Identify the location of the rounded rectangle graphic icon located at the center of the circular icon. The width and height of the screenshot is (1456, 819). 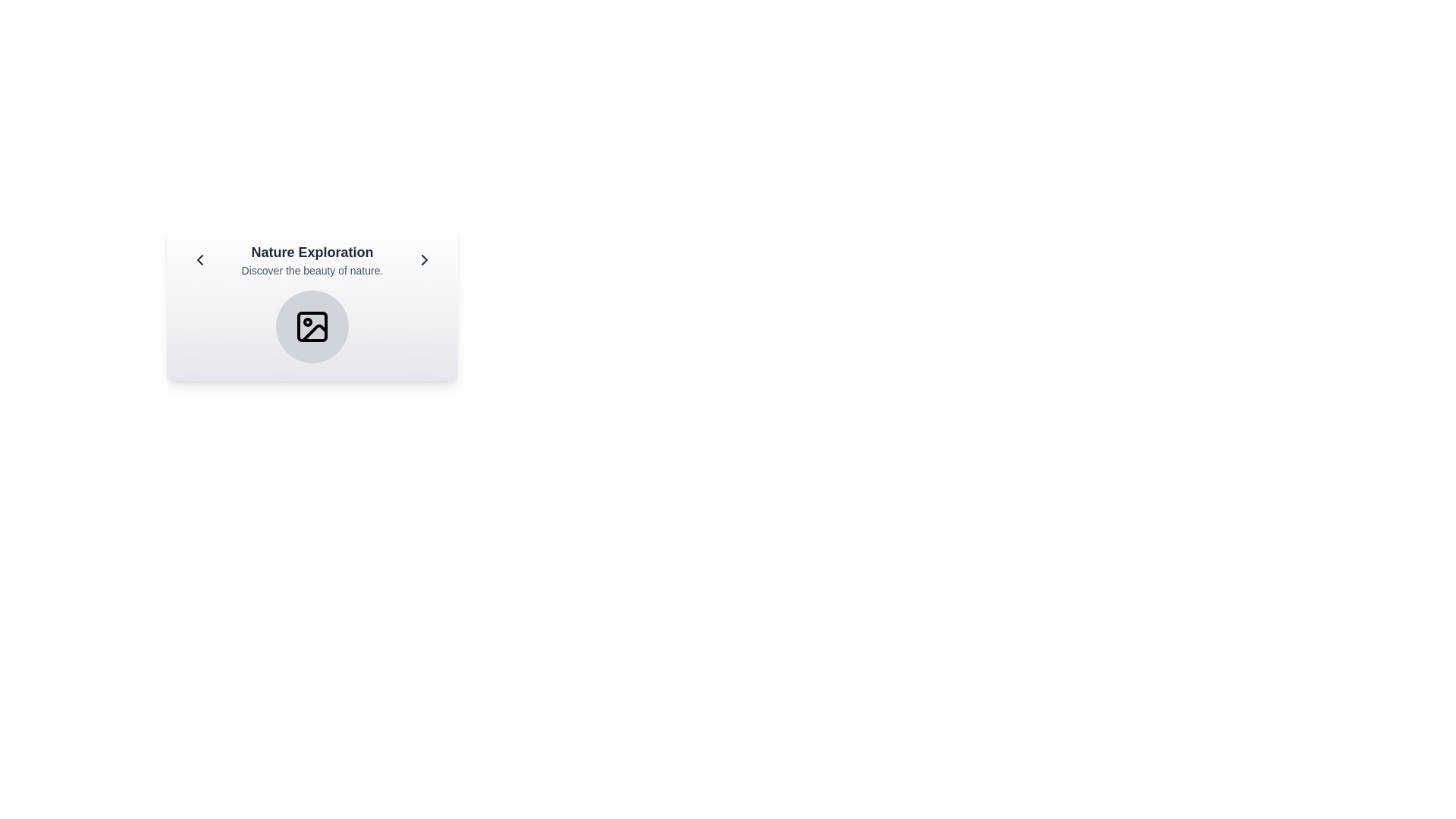
(312, 326).